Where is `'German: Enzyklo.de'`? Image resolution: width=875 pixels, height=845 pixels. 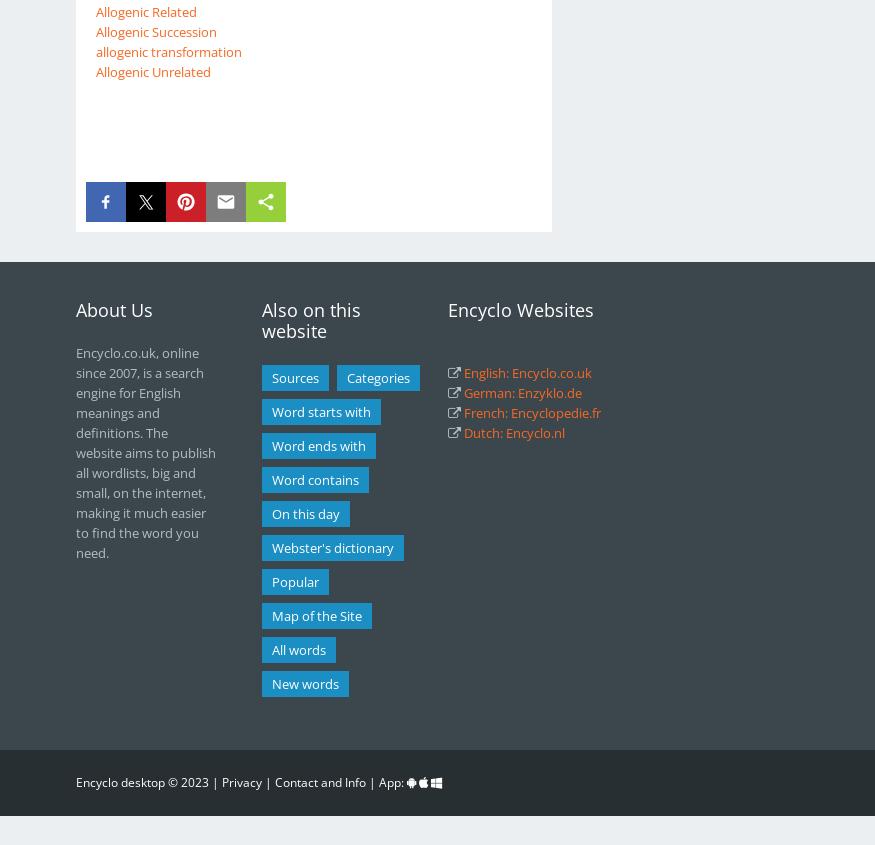
'German: Enzyklo.de' is located at coordinates (521, 392).